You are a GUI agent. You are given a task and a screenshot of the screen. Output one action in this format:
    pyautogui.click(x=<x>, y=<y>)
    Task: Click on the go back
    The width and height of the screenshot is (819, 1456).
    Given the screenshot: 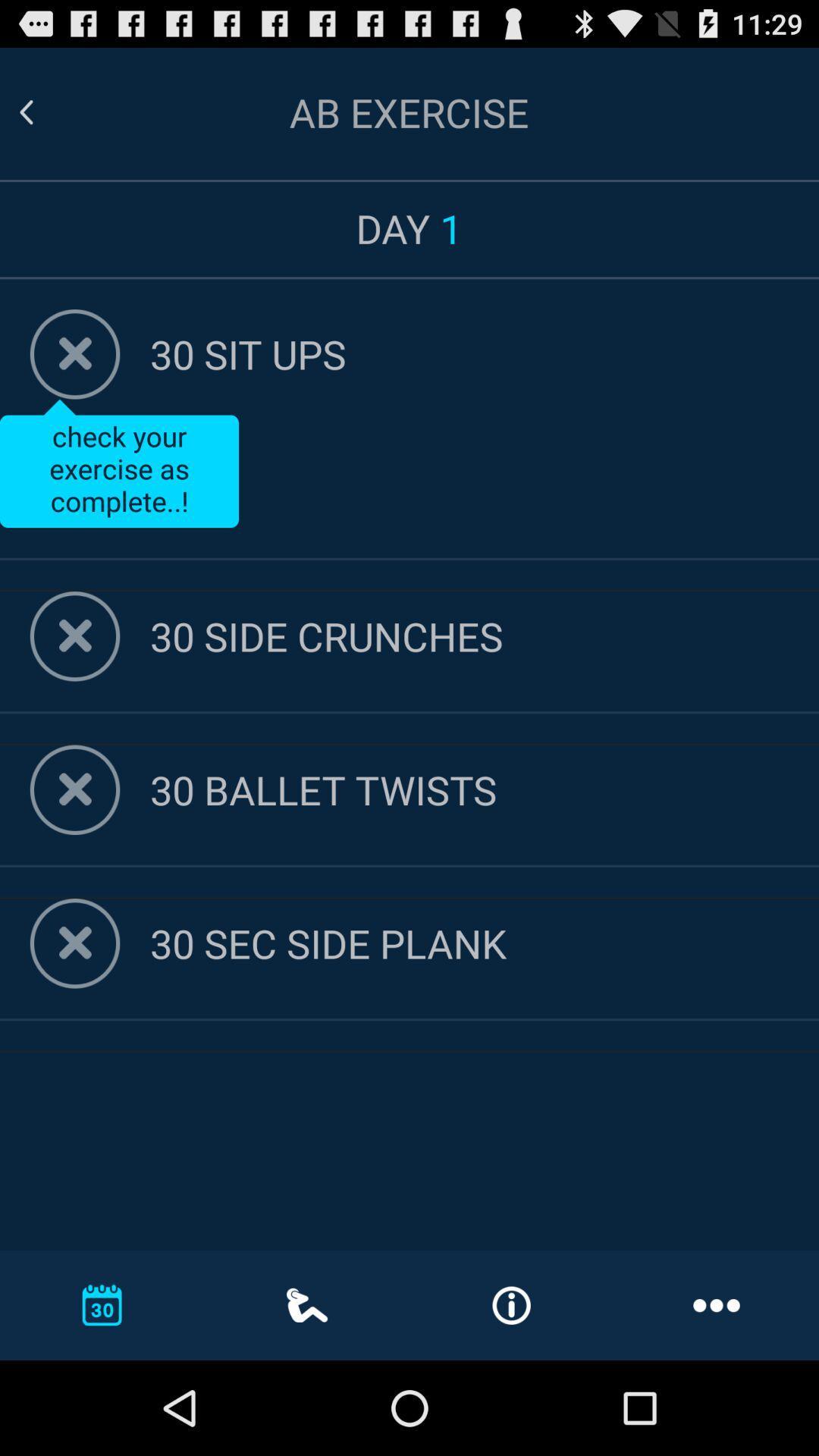 What is the action you would take?
    pyautogui.click(x=44, y=111)
    